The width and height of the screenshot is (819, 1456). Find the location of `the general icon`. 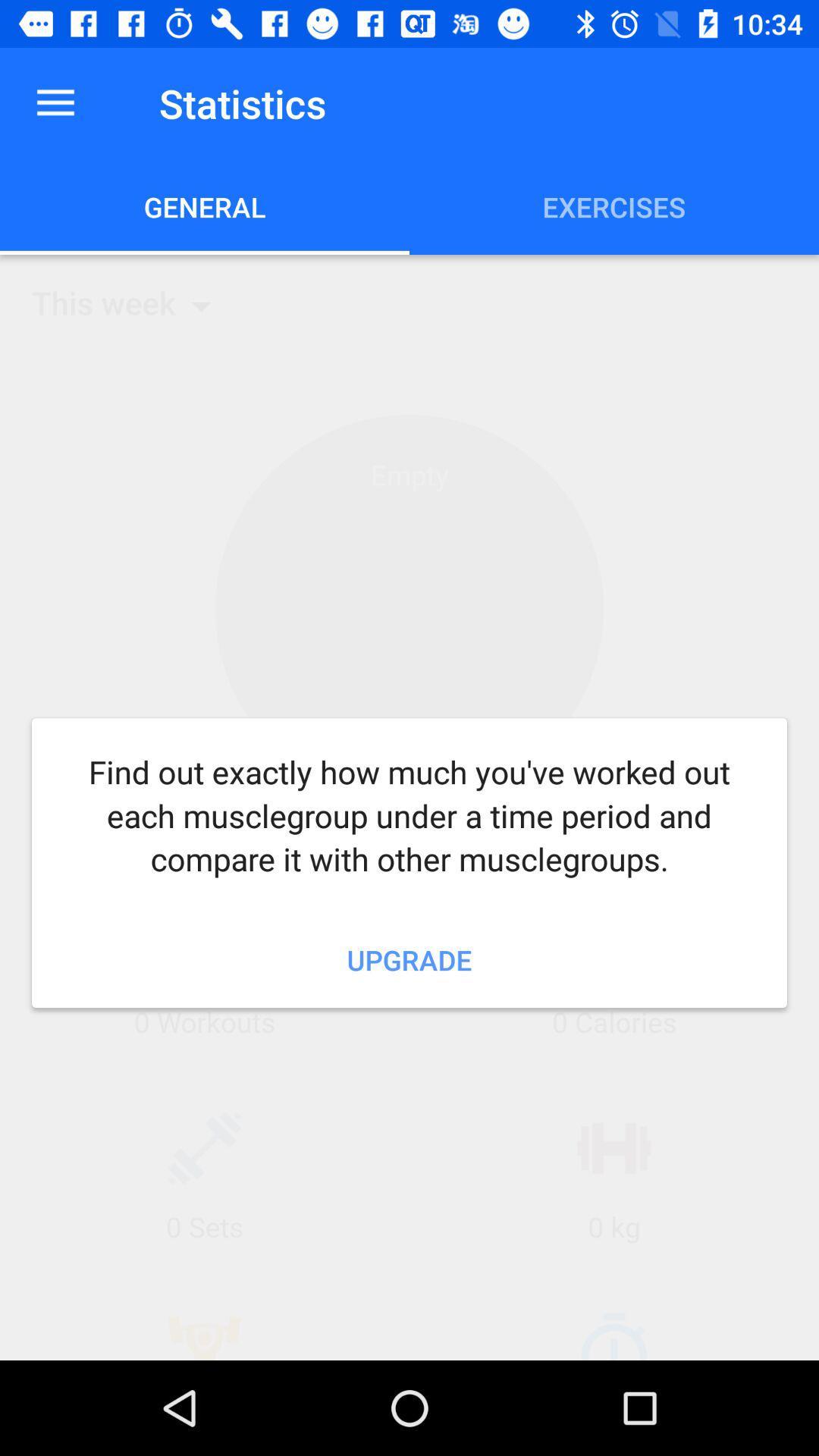

the general icon is located at coordinates (205, 206).